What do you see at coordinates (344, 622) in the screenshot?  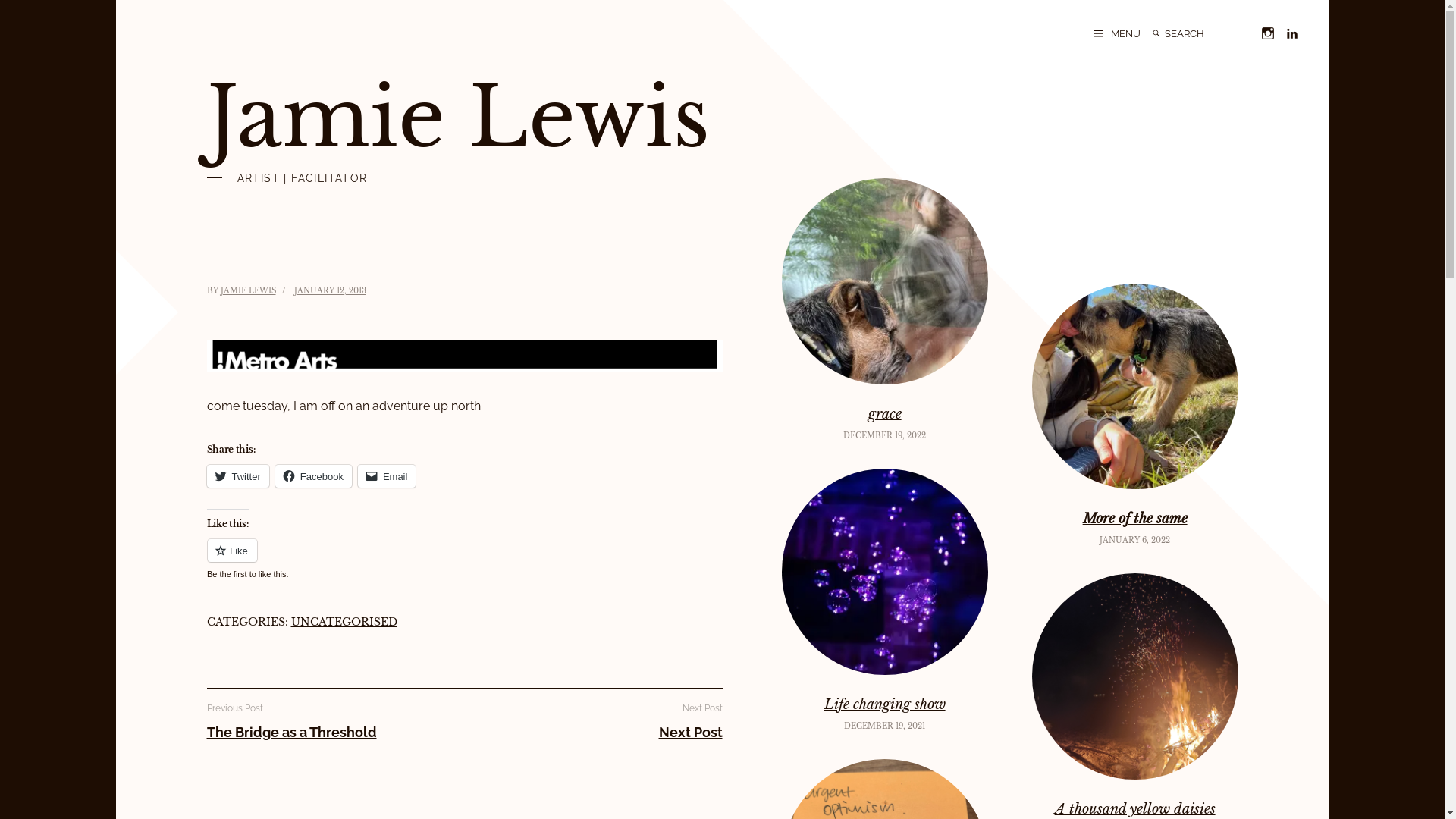 I see `'UNCATEGORISED'` at bounding box center [344, 622].